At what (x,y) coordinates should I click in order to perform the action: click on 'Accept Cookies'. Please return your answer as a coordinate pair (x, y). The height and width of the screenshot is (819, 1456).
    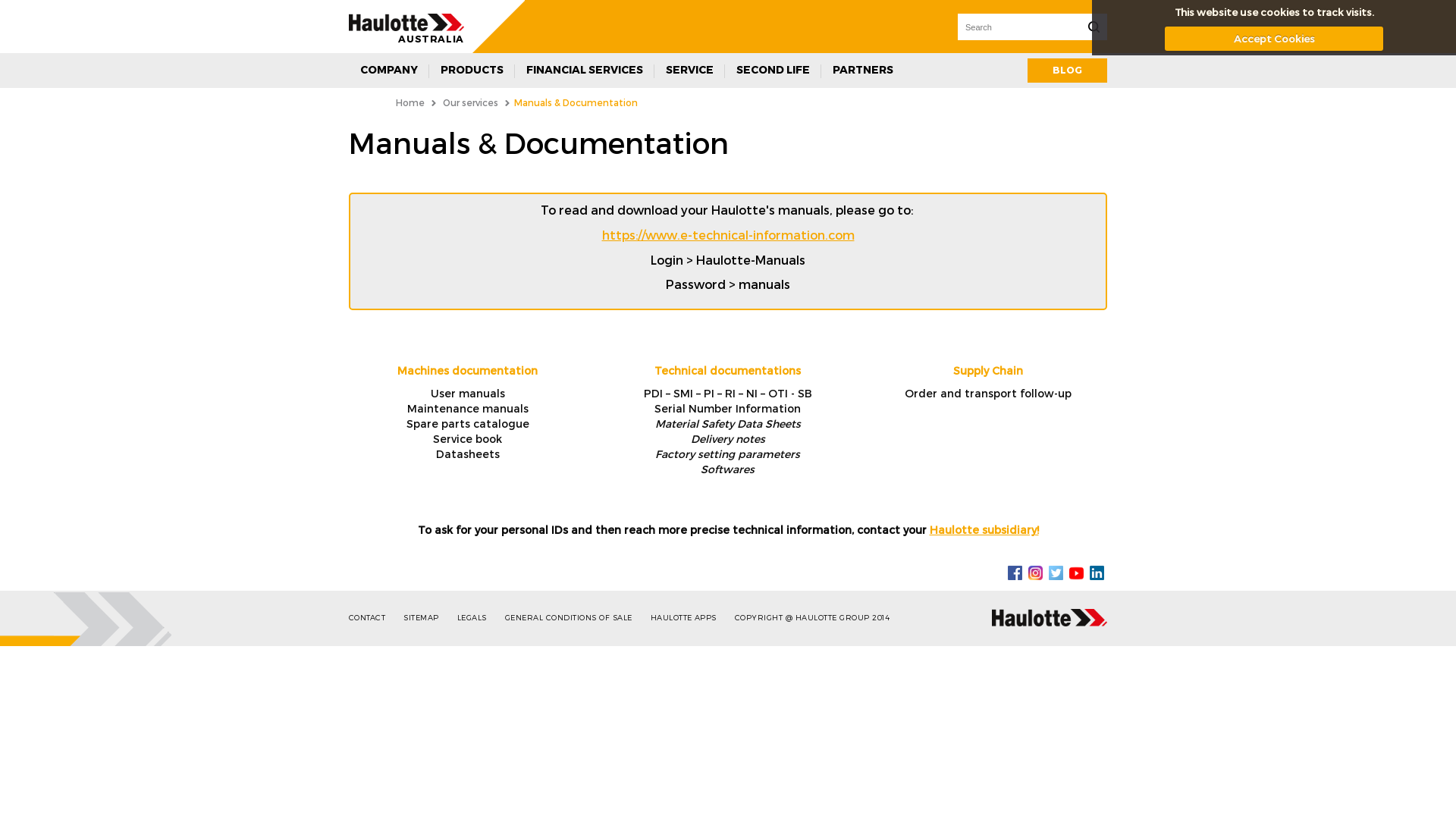
    Looking at the image, I should click on (1274, 37).